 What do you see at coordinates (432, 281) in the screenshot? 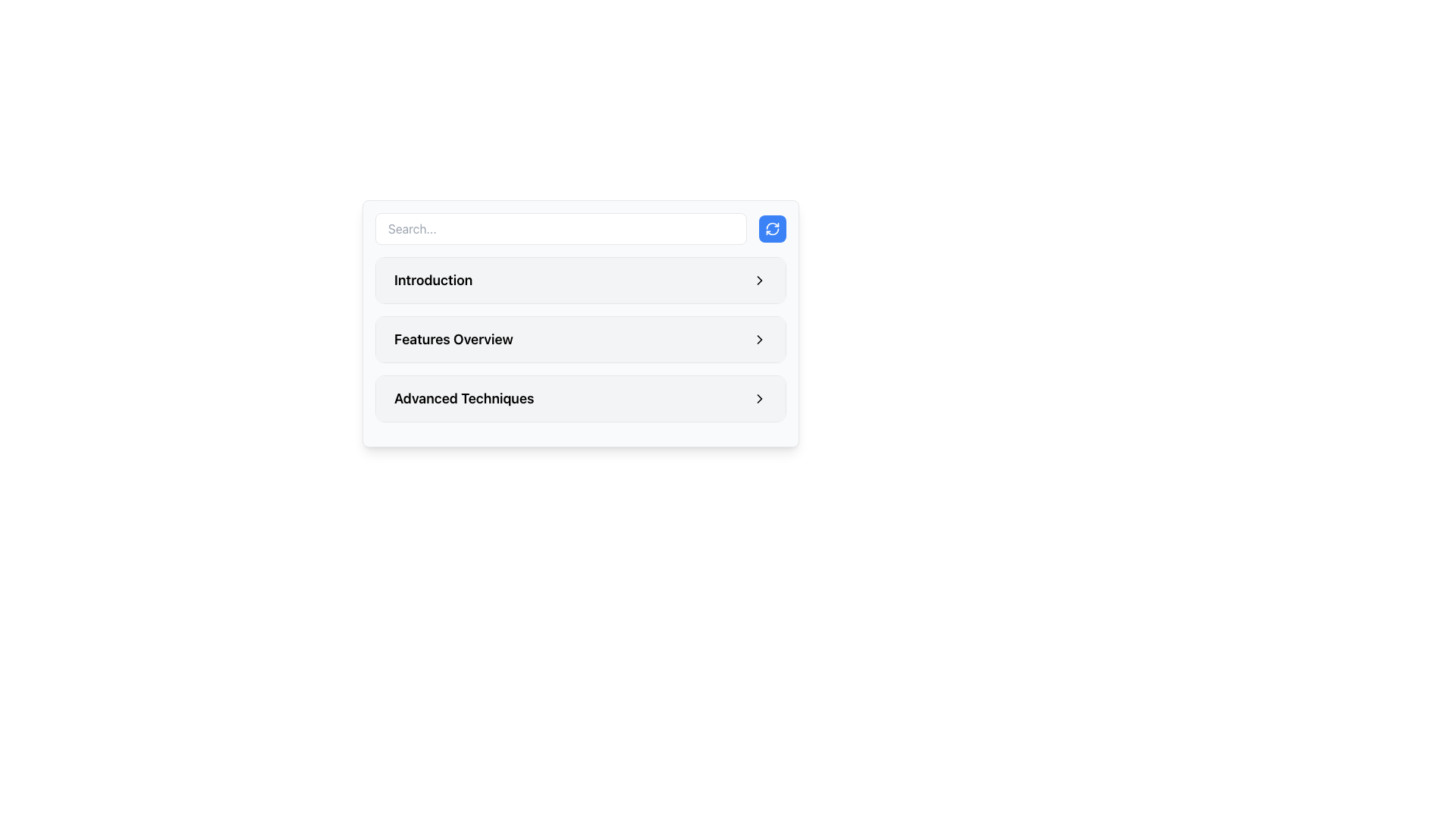
I see `the 'Introduction' text label, which is a bold black font label aligned to the left in the first row under the search box` at bounding box center [432, 281].